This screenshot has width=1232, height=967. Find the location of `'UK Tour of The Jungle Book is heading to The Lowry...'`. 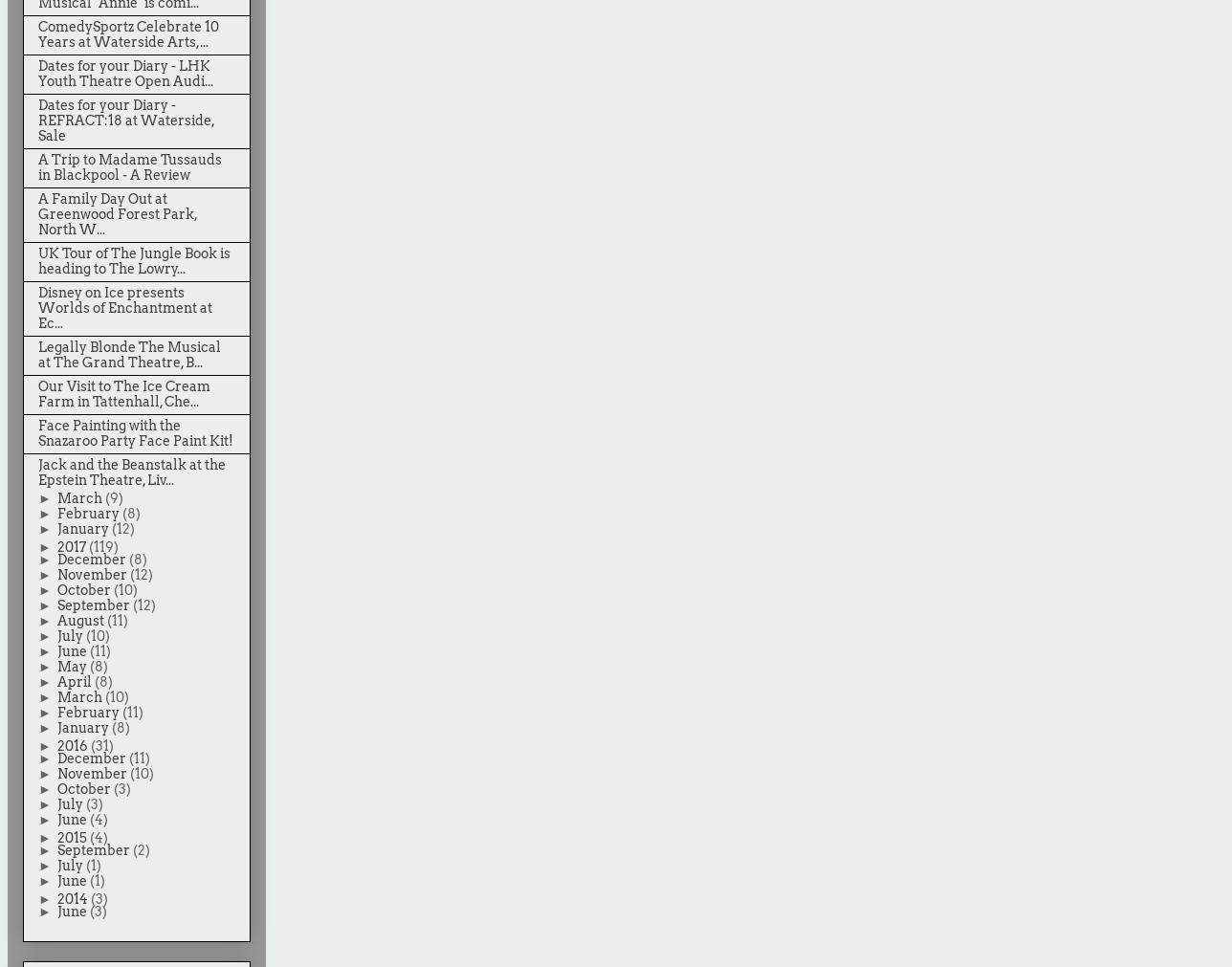

'UK Tour of The Jungle Book is heading to The Lowry...' is located at coordinates (134, 260).